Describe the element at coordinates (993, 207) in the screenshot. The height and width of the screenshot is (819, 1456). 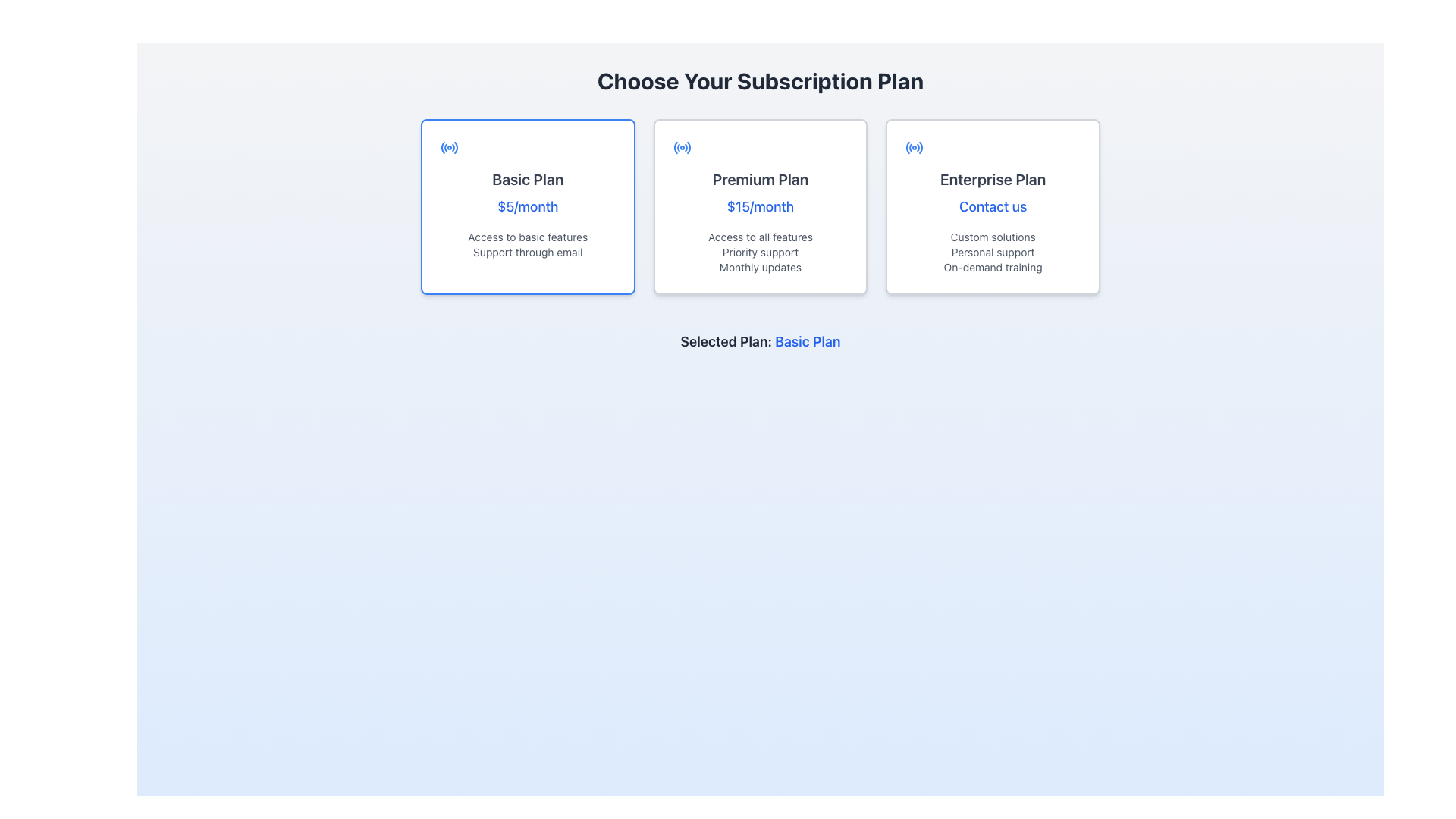
I see `the 'Contact us' text label displayed in a bold blue font, located below the 'Enterprise Plan' title in the pricing table` at that location.